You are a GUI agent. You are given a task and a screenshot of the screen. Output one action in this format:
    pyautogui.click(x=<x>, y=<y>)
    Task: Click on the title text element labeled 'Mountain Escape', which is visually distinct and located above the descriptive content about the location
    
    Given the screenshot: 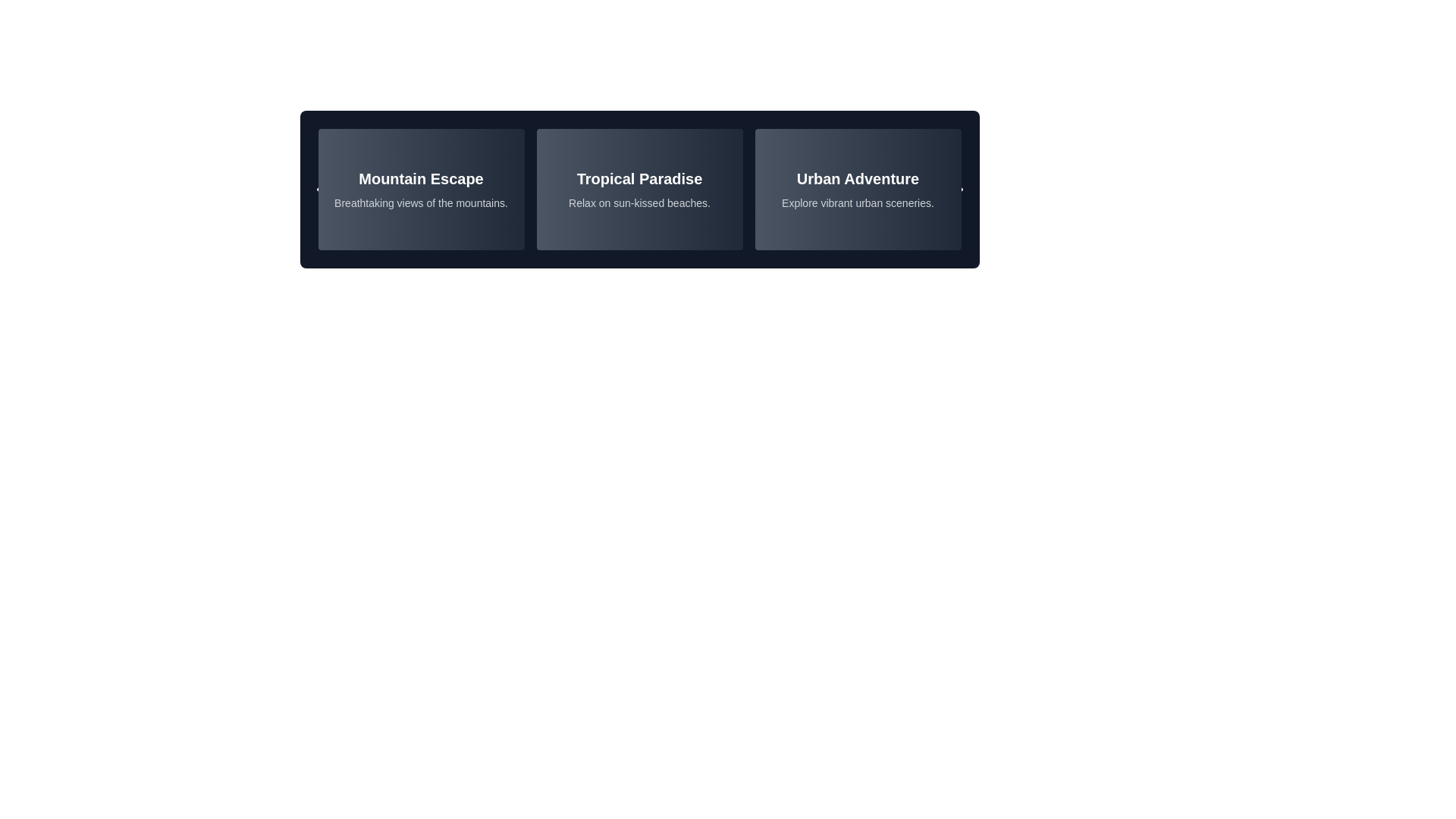 What is the action you would take?
    pyautogui.click(x=421, y=177)
    